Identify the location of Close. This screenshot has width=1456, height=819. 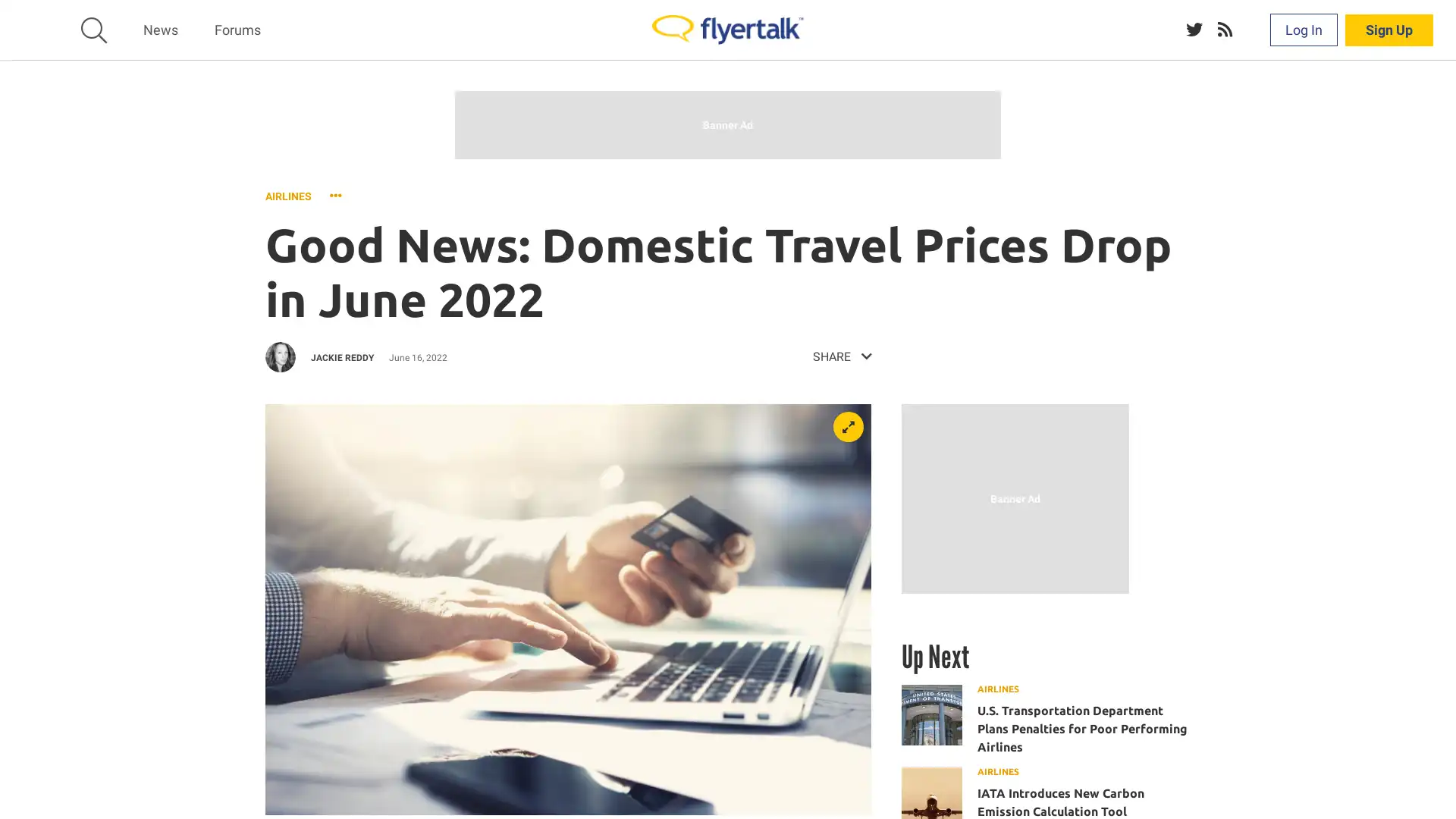
(1437, 783).